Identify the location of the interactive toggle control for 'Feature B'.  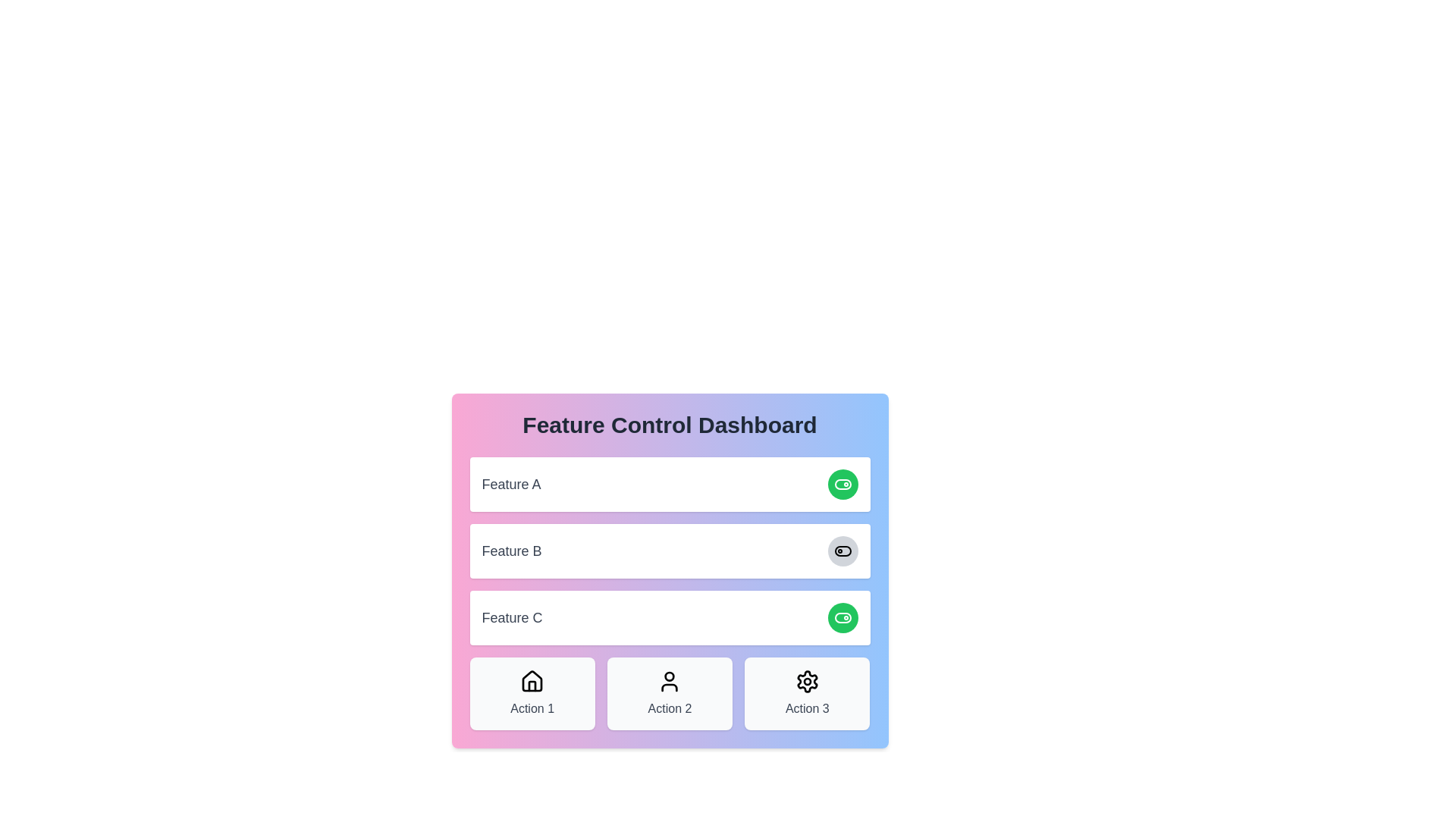
(669, 551).